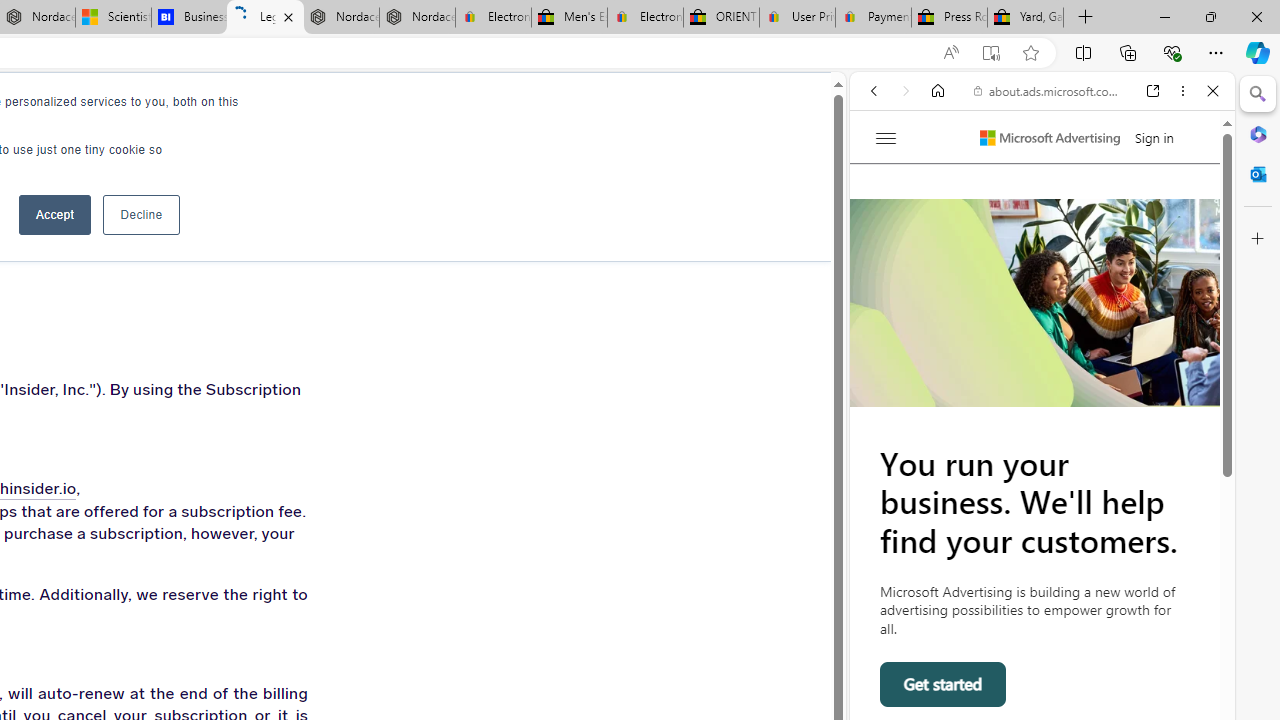 The image size is (1280, 720). What do you see at coordinates (1045, 91) in the screenshot?
I see `'about.ads.microsoft.com'` at bounding box center [1045, 91].